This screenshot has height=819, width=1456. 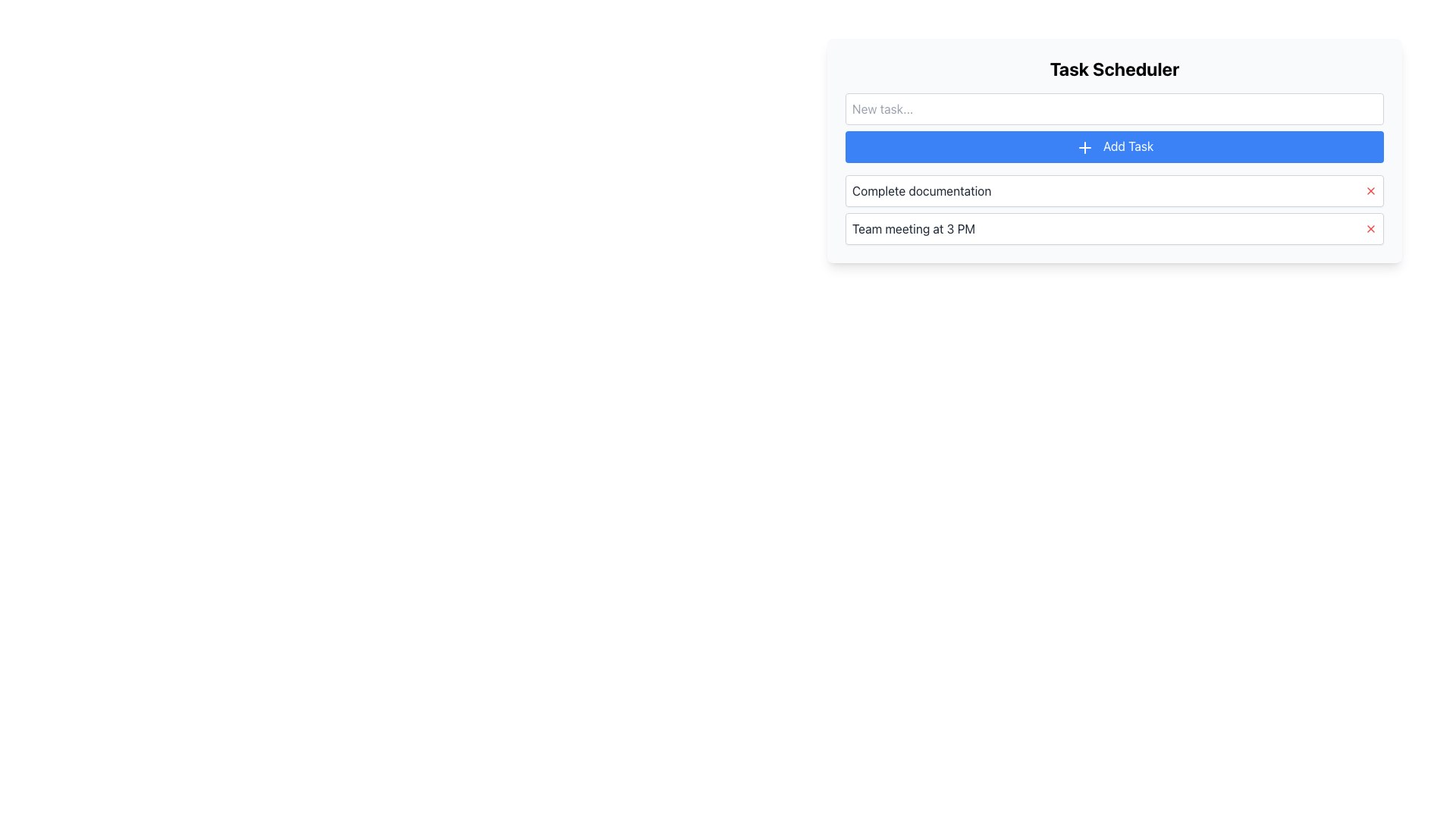 I want to click on the task management widget's task items located in the top-right corner of the layout for potential additional interactions, so click(x=1114, y=149).